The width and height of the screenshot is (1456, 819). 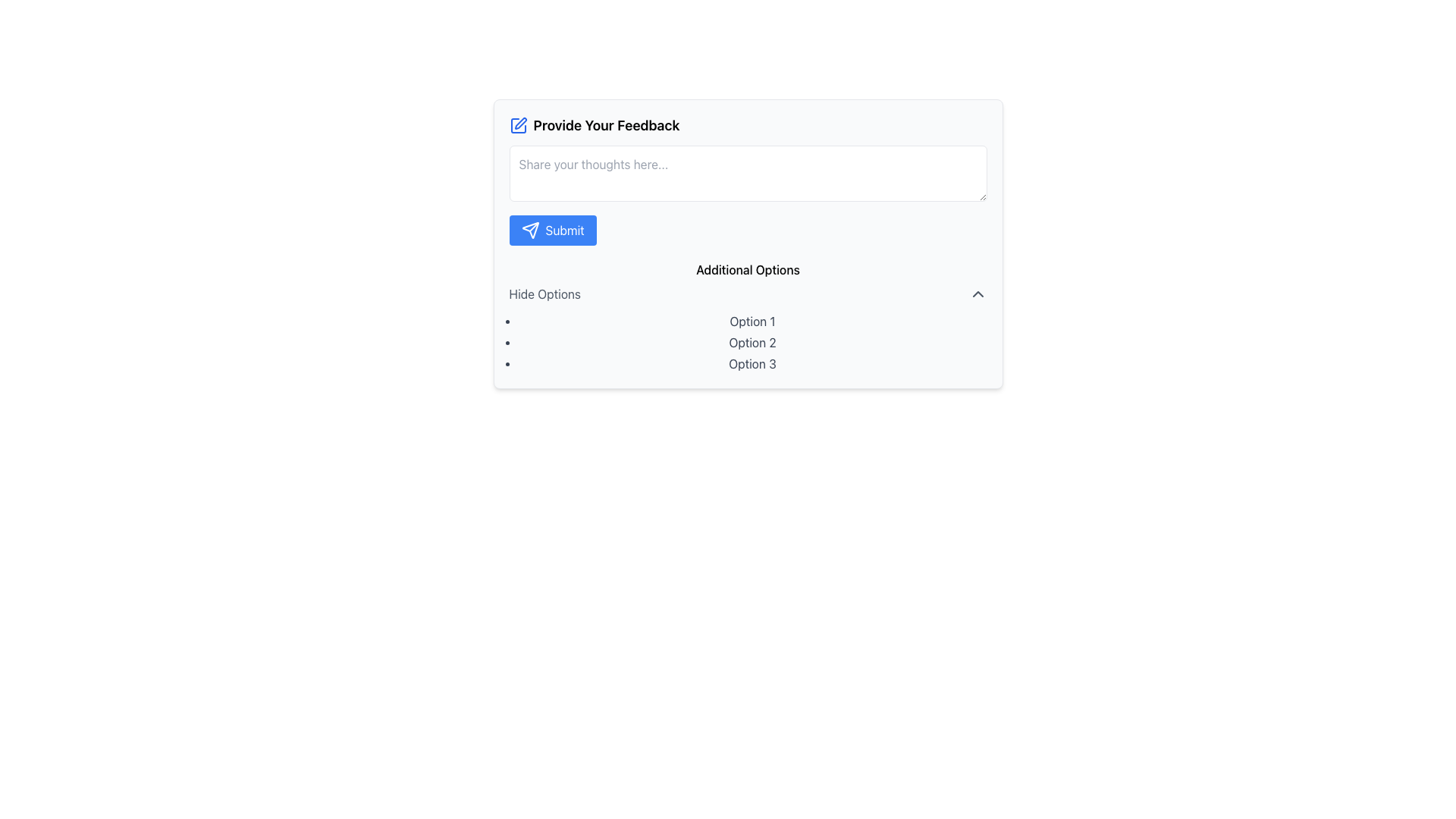 I want to click on to select the list item labeled 'Option 3' which is styled in light gray and changes to black on hover, located in the 'Additional Options' section of the bullet-point list, so click(x=752, y=363).